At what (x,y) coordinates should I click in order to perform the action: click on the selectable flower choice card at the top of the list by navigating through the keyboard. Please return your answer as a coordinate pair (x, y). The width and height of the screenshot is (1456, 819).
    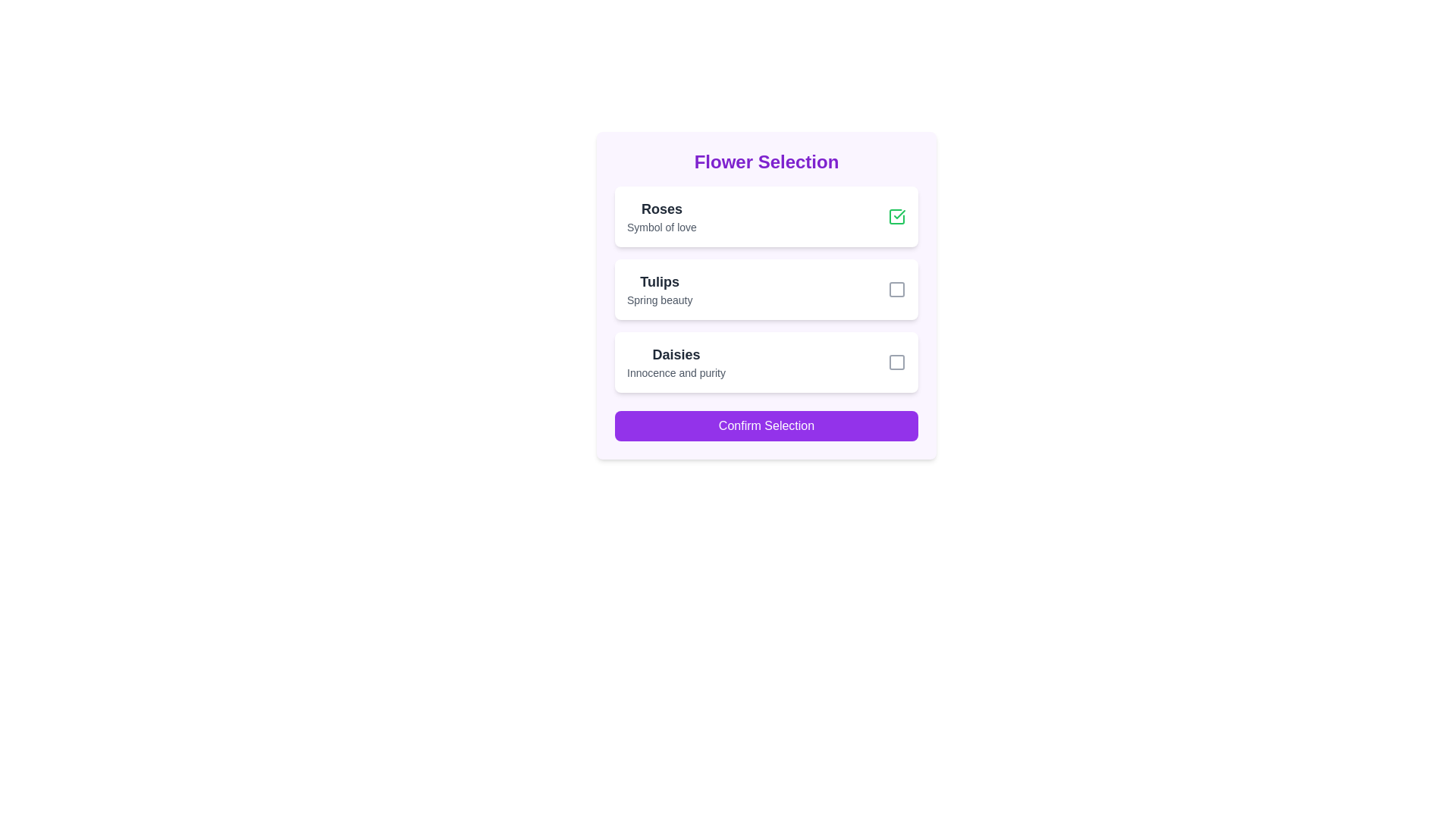
    Looking at the image, I should click on (767, 216).